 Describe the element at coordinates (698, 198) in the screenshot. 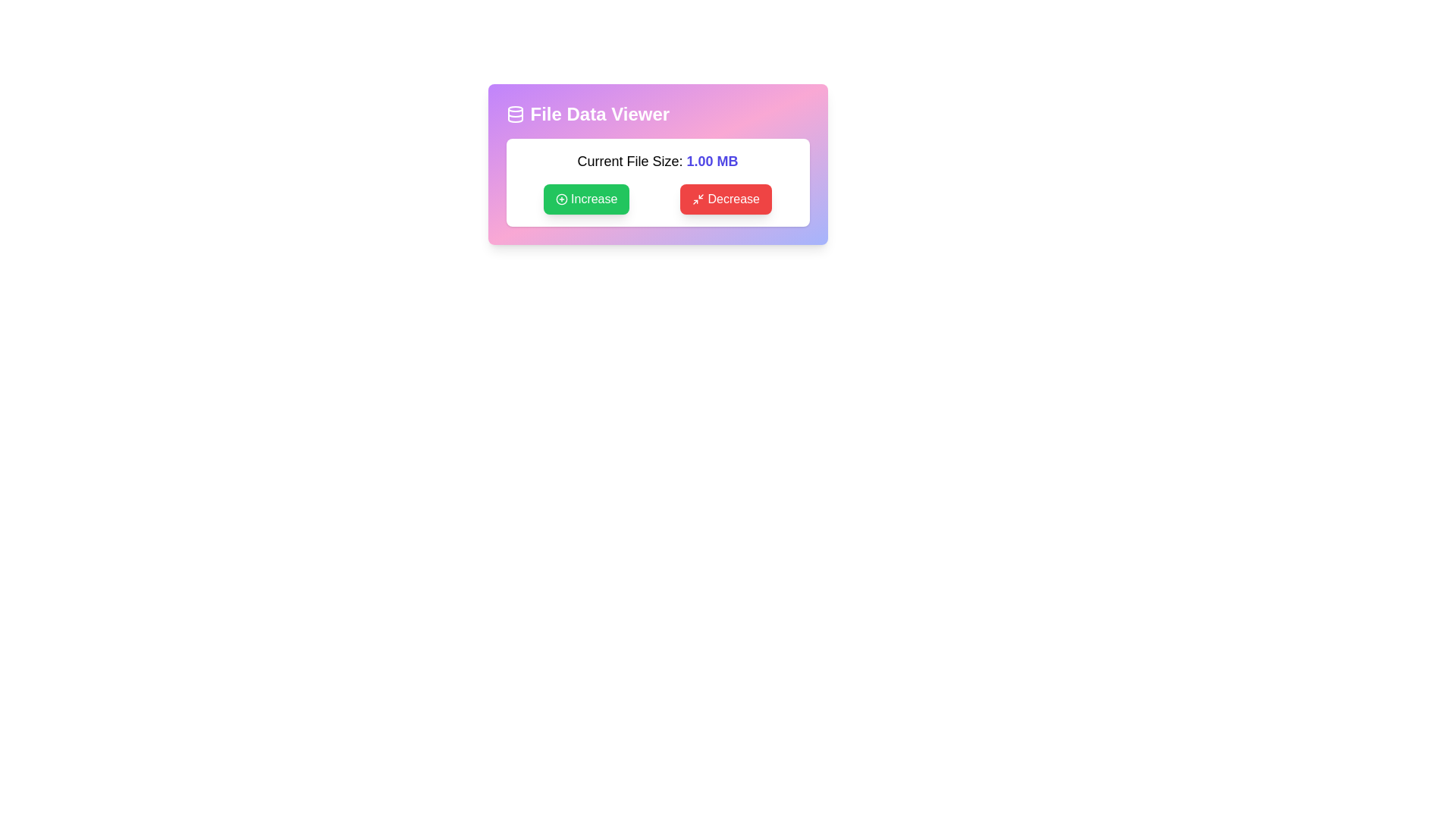

I see `the Decorative Icon located within the 'Decrease' button, positioned to the left of the text 'Decrease'` at that location.